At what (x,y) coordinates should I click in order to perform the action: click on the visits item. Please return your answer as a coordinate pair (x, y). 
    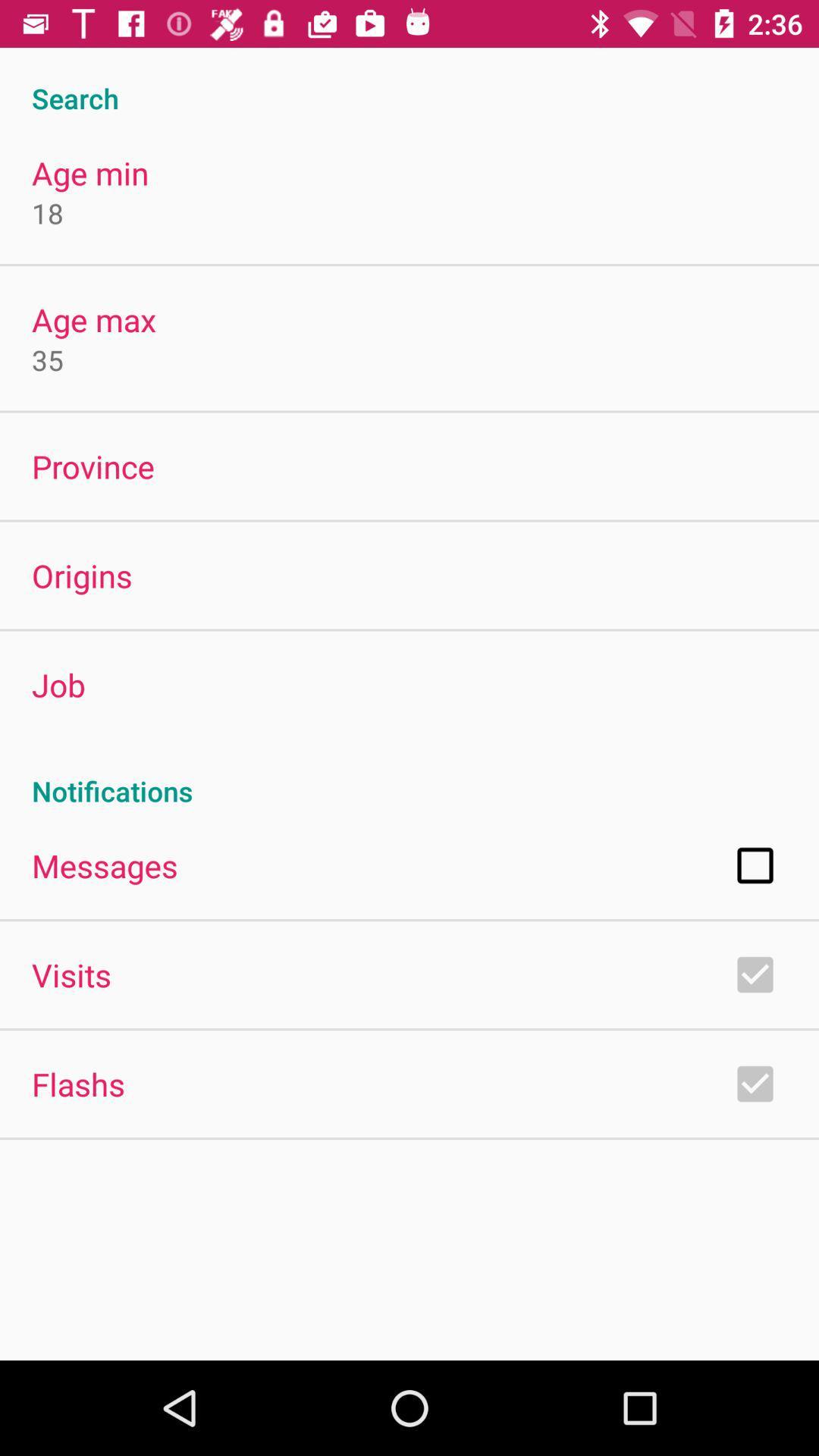
    Looking at the image, I should click on (71, 974).